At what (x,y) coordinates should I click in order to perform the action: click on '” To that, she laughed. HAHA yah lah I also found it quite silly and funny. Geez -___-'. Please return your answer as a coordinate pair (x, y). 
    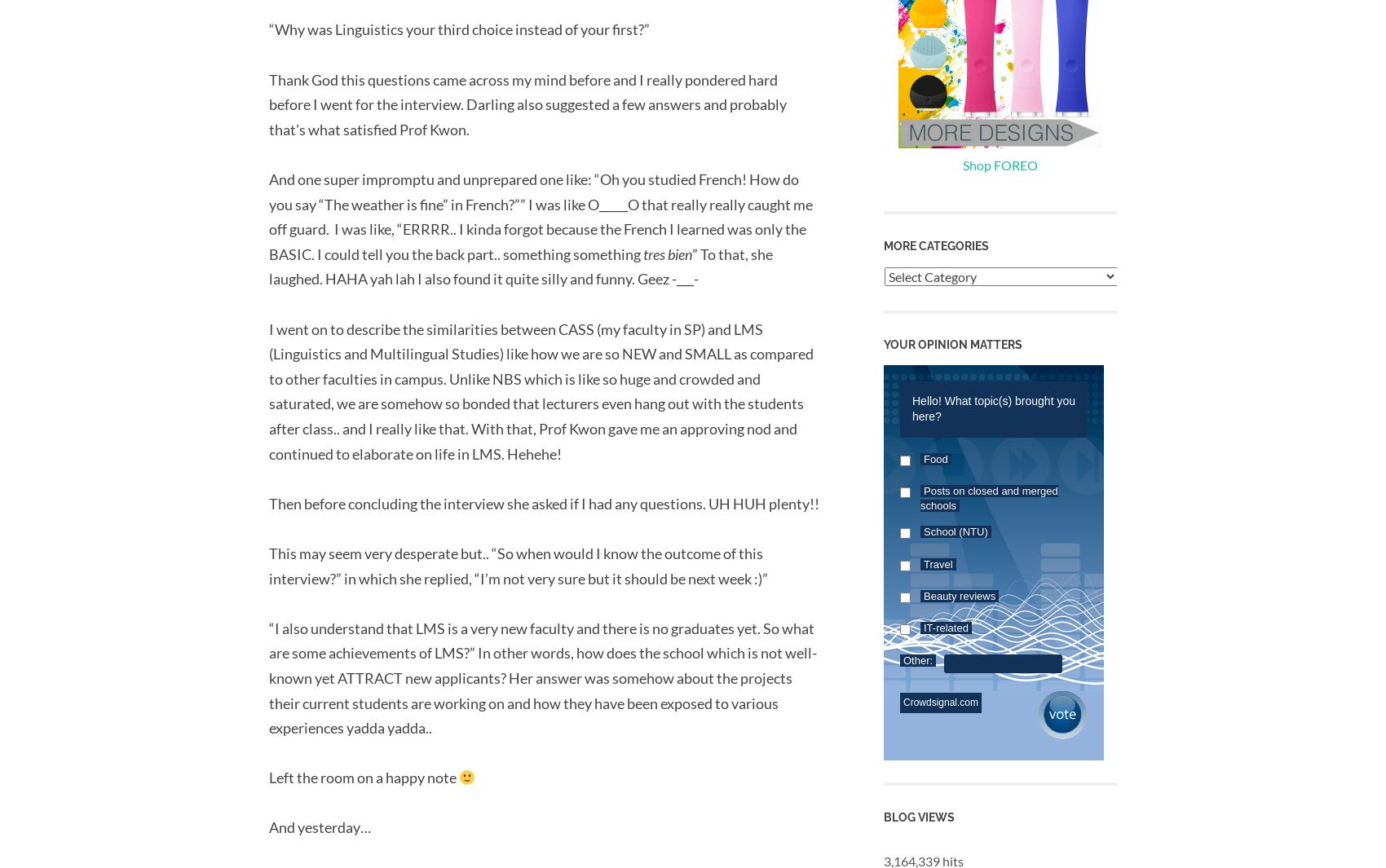
    Looking at the image, I should click on (521, 265).